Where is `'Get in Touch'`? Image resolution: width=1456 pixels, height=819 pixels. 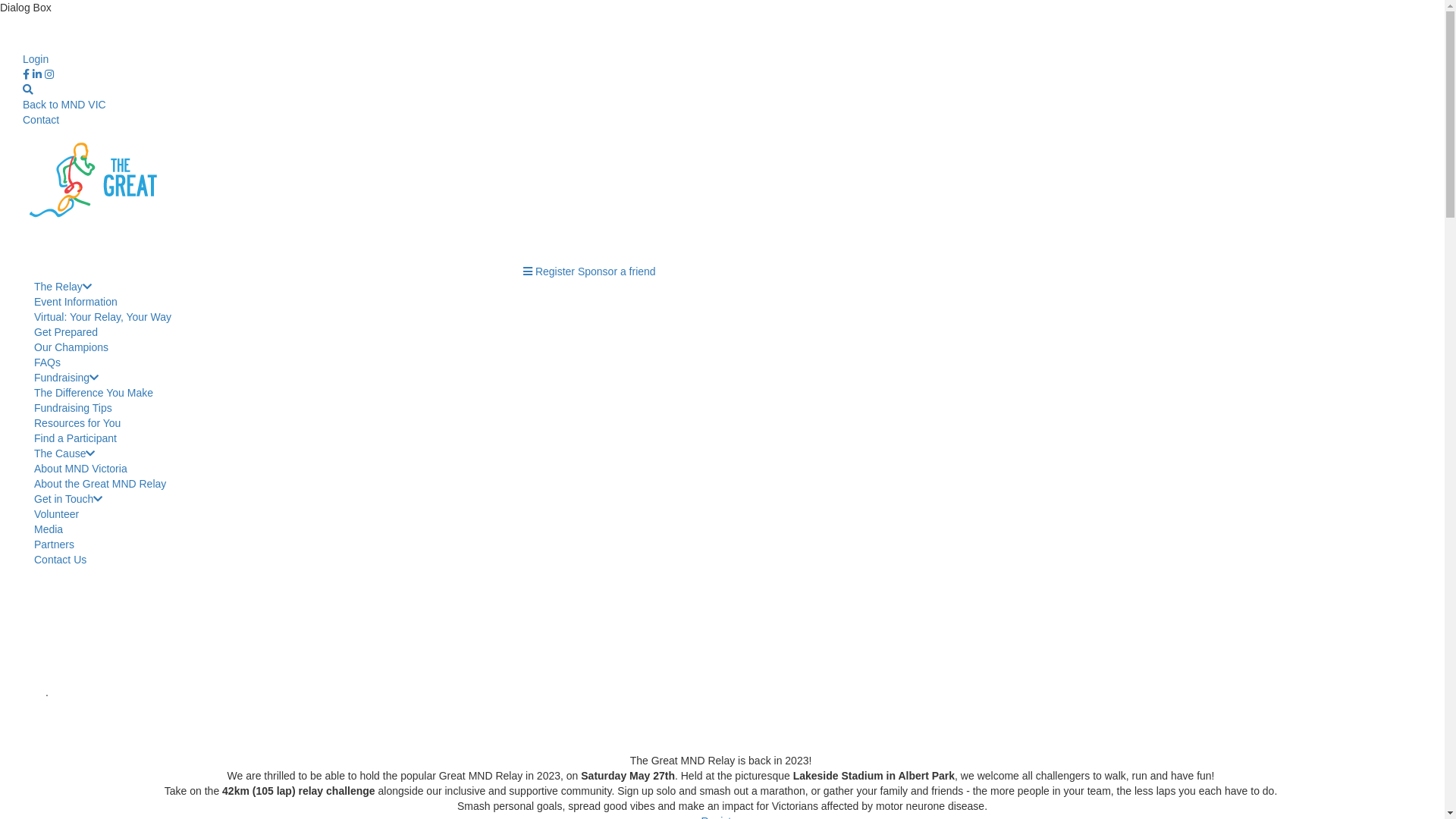
'Get in Touch' is located at coordinates (67, 499).